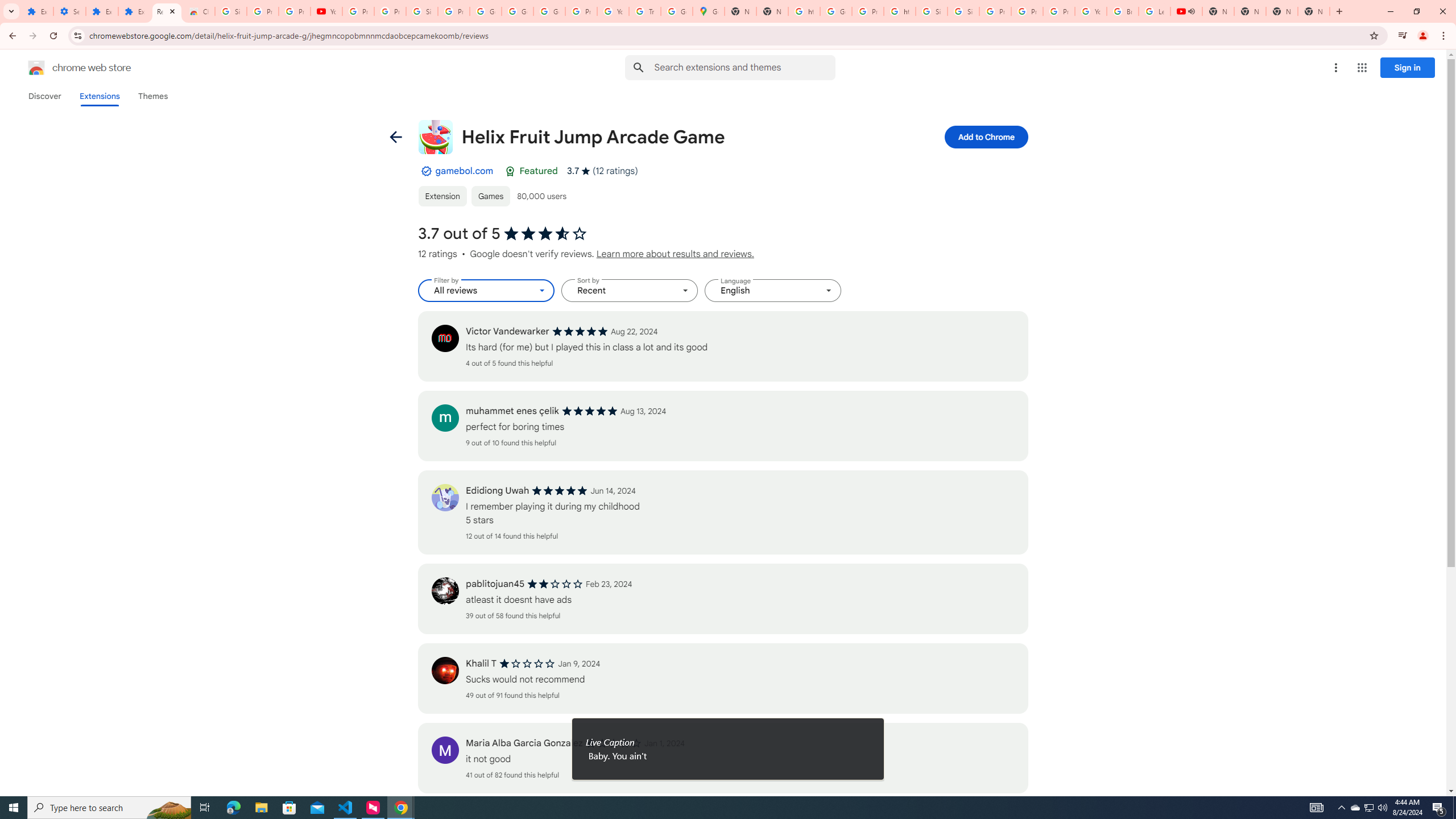 Image resolution: width=1456 pixels, height=819 pixels. Describe the element at coordinates (962, 11) in the screenshot. I see `'Sign in - Google Accounts'` at that location.